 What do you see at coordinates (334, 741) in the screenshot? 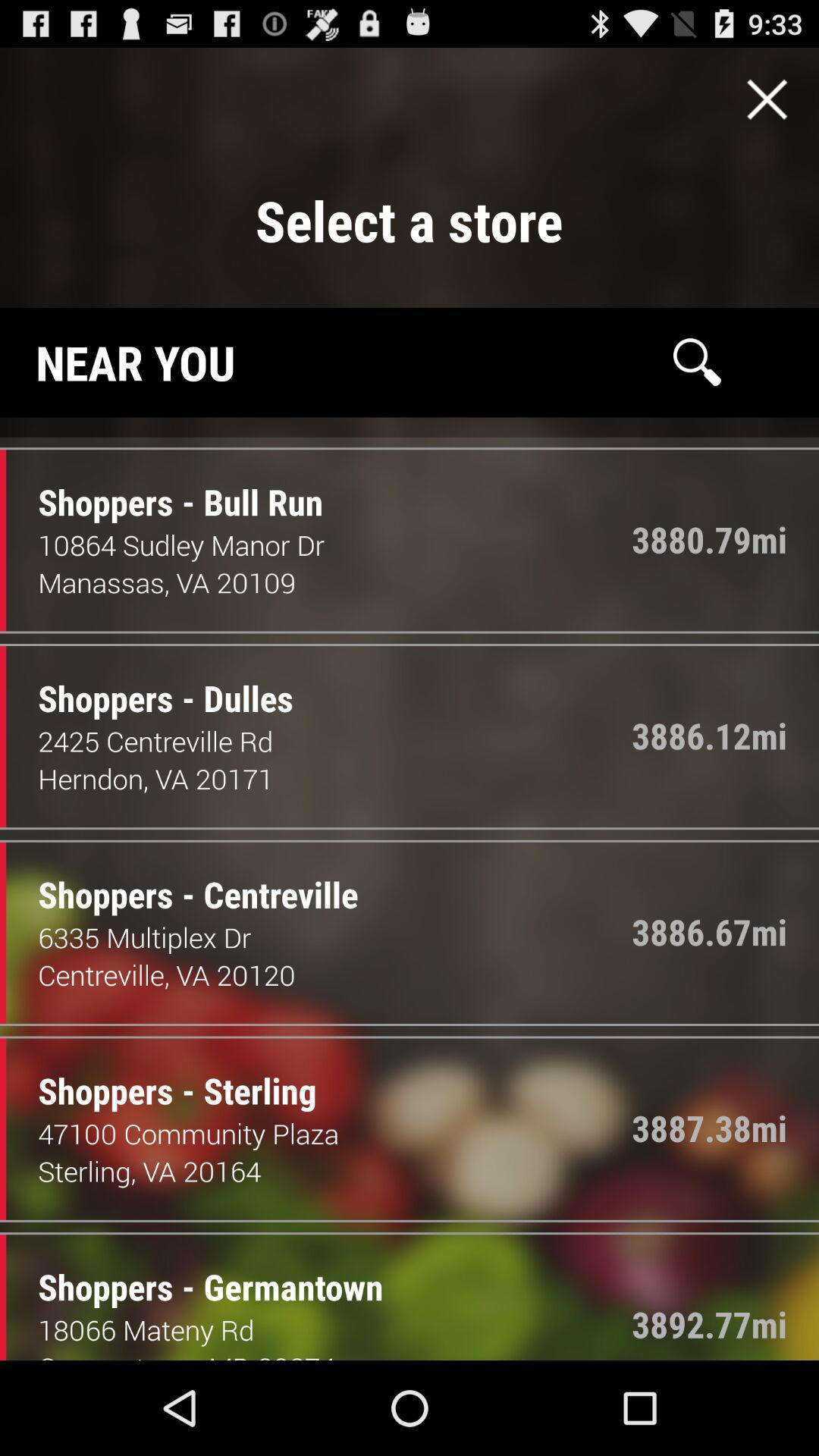
I see `icon next to the 3886.12mi item` at bounding box center [334, 741].